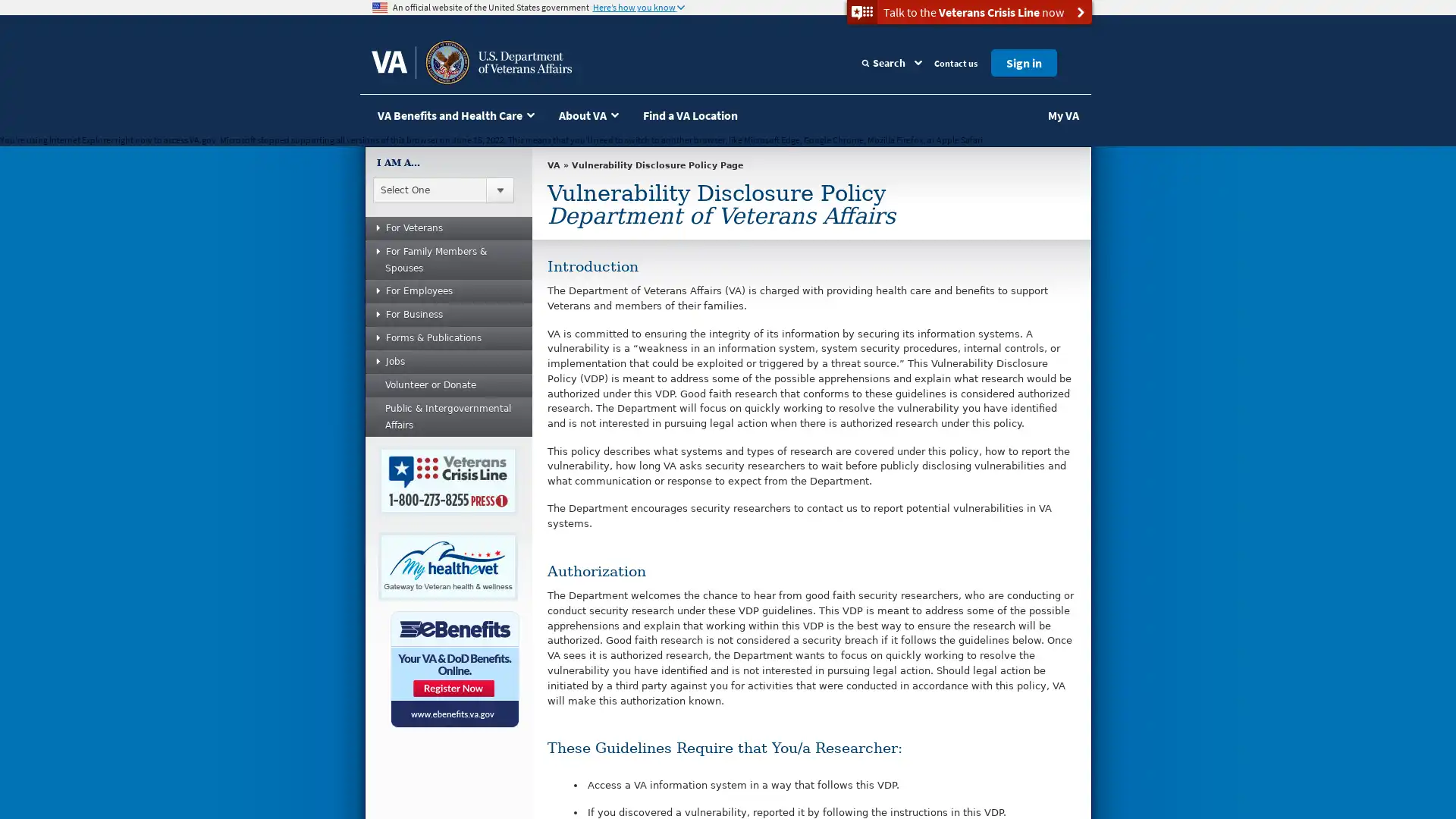 The height and width of the screenshot is (819, 1456). Describe the element at coordinates (638, 8) in the screenshot. I see `Heres how you know` at that location.